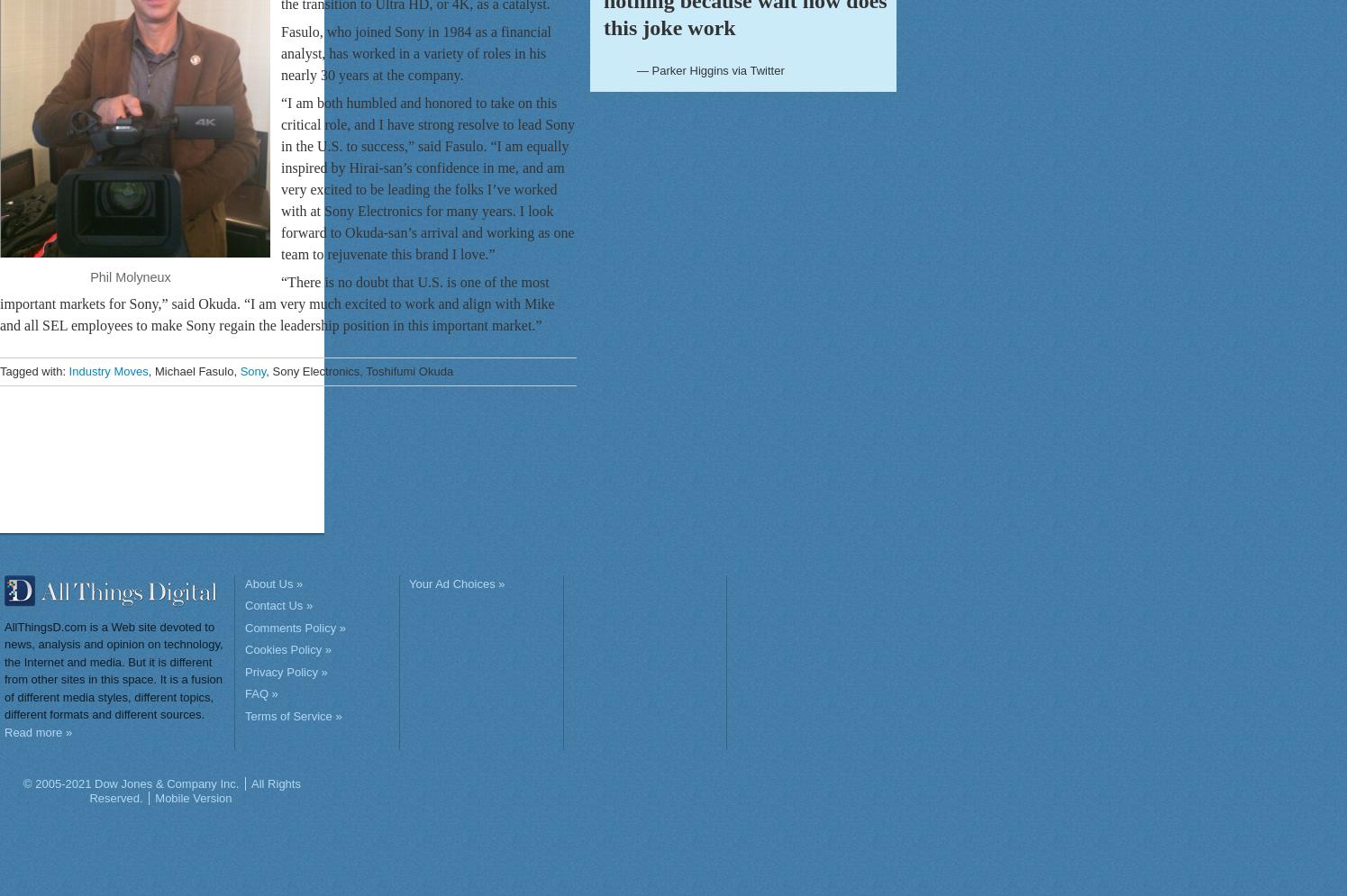 This screenshot has width=1347, height=896. What do you see at coordinates (272, 583) in the screenshot?
I see `'About Us »'` at bounding box center [272, 583].